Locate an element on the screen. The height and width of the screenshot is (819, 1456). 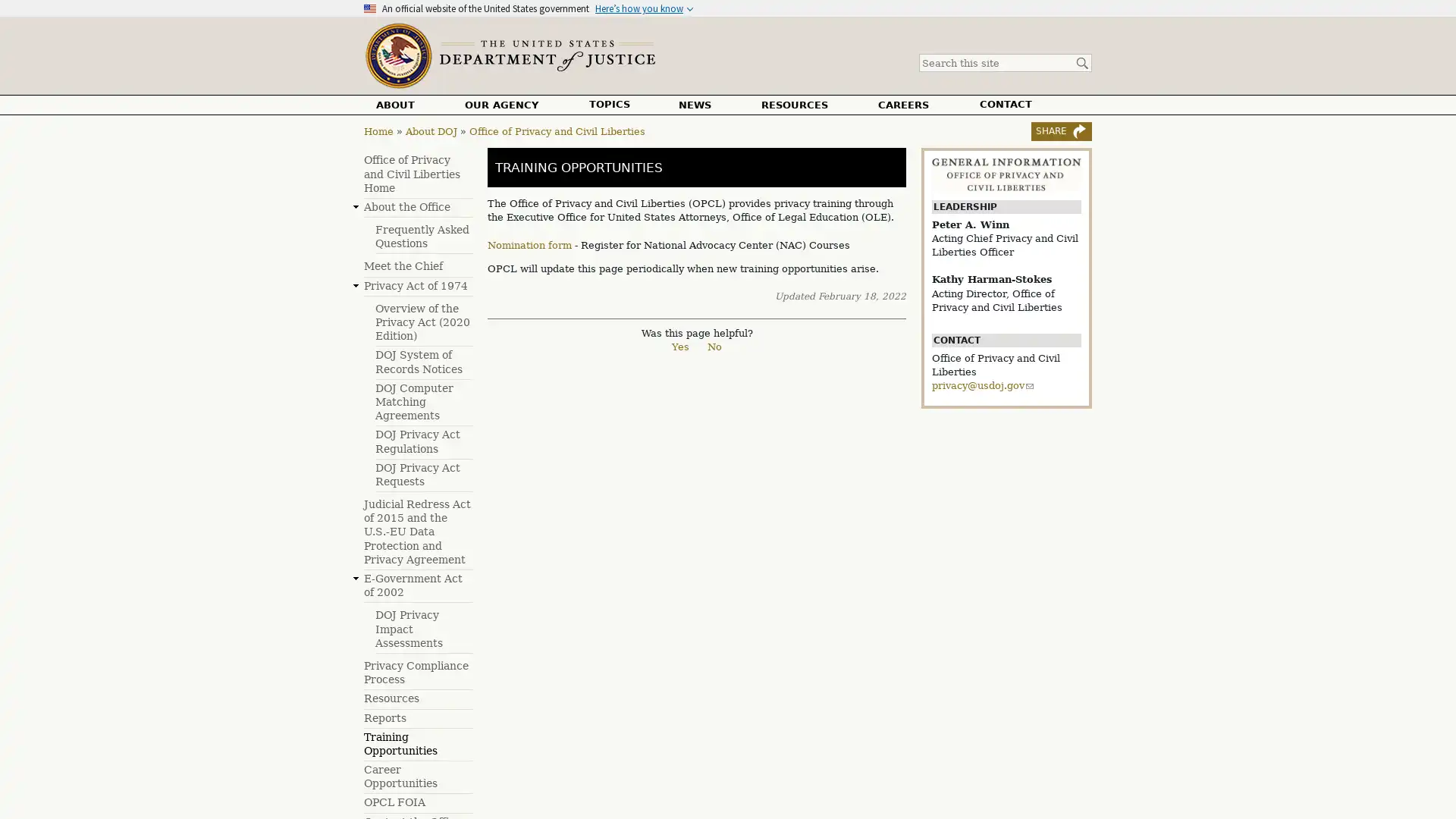
Search is located at coordinates (1081, 63).